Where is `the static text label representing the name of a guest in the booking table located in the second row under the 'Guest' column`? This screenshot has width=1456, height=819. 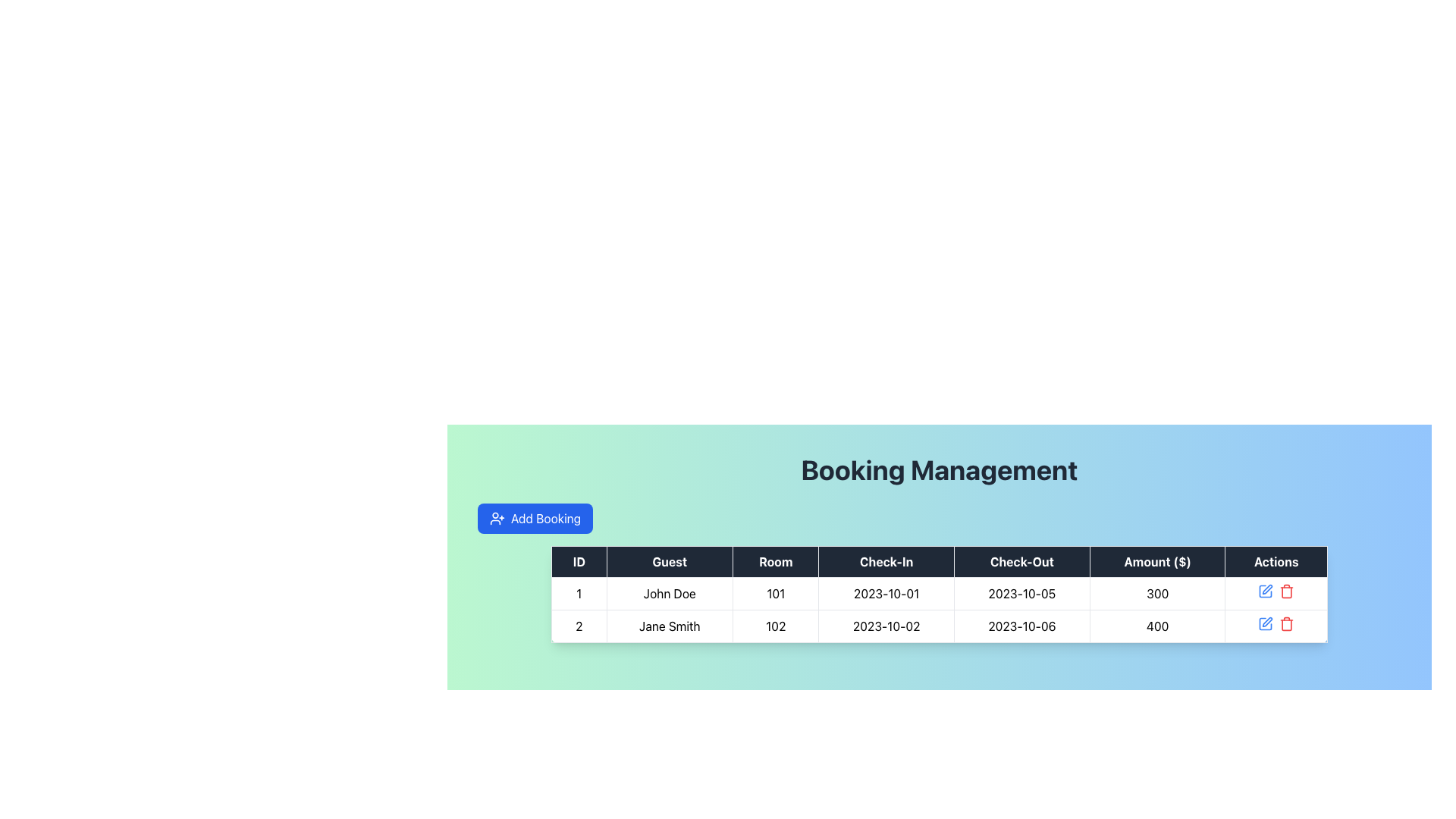
the static text label representing the name of a guest in the booking table located in the second row under the 'Guest' column is located at coordinates (669, 626).